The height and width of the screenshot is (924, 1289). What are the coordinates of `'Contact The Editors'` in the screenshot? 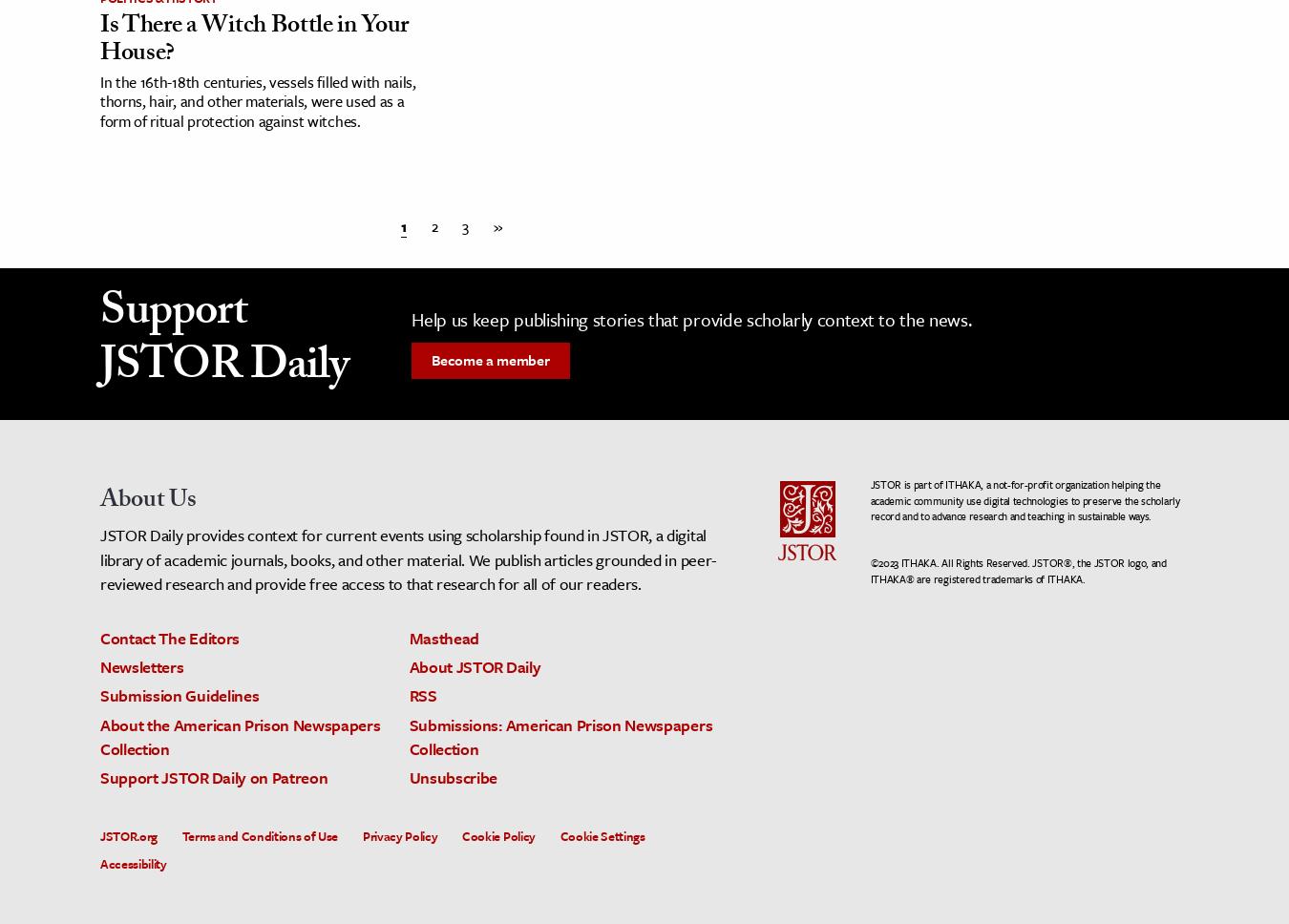 It's located at (169, 638).